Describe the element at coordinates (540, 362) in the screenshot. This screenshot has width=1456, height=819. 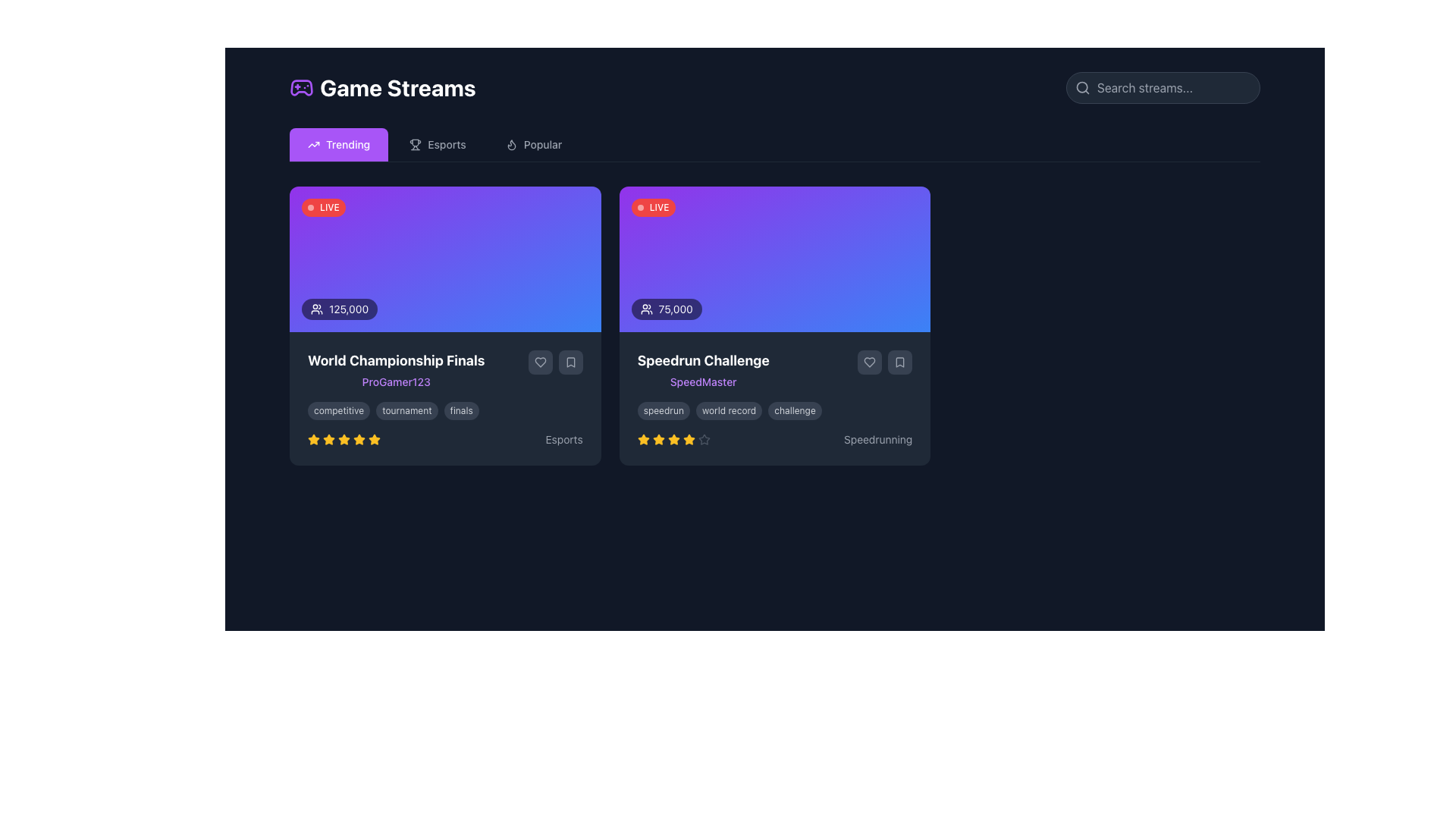
I see `the circular button with a heart icon in its center, located at the bottom-right of the 'World Championship Finals' card` at that location.